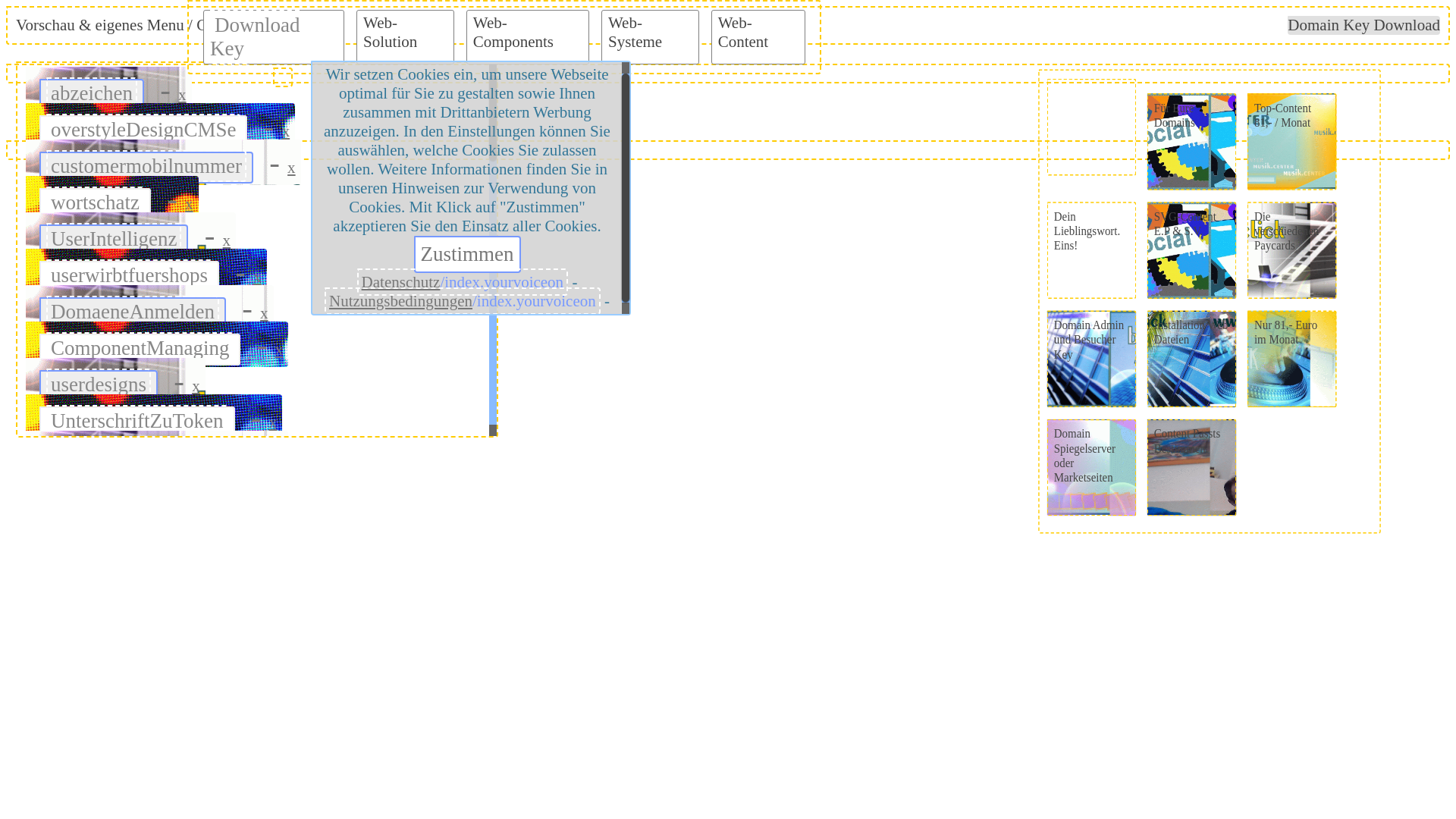 This screenshot has width=1456, height=819. What do you see at coordinates (286, 130) in the screenshot?
I see `'x'` at bounding box center [286, 130].